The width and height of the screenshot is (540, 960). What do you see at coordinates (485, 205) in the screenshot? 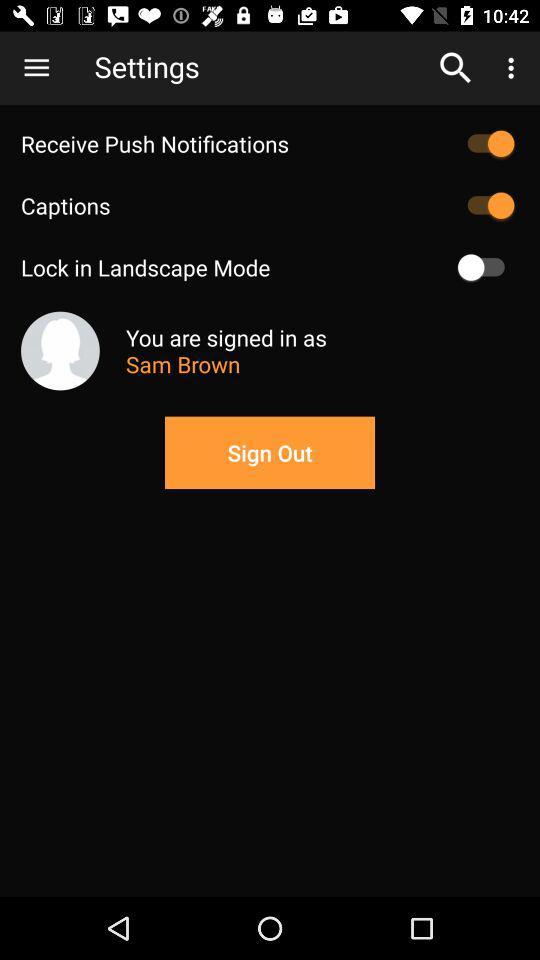
I see `turn on captions` at bounding box center [485, 205].